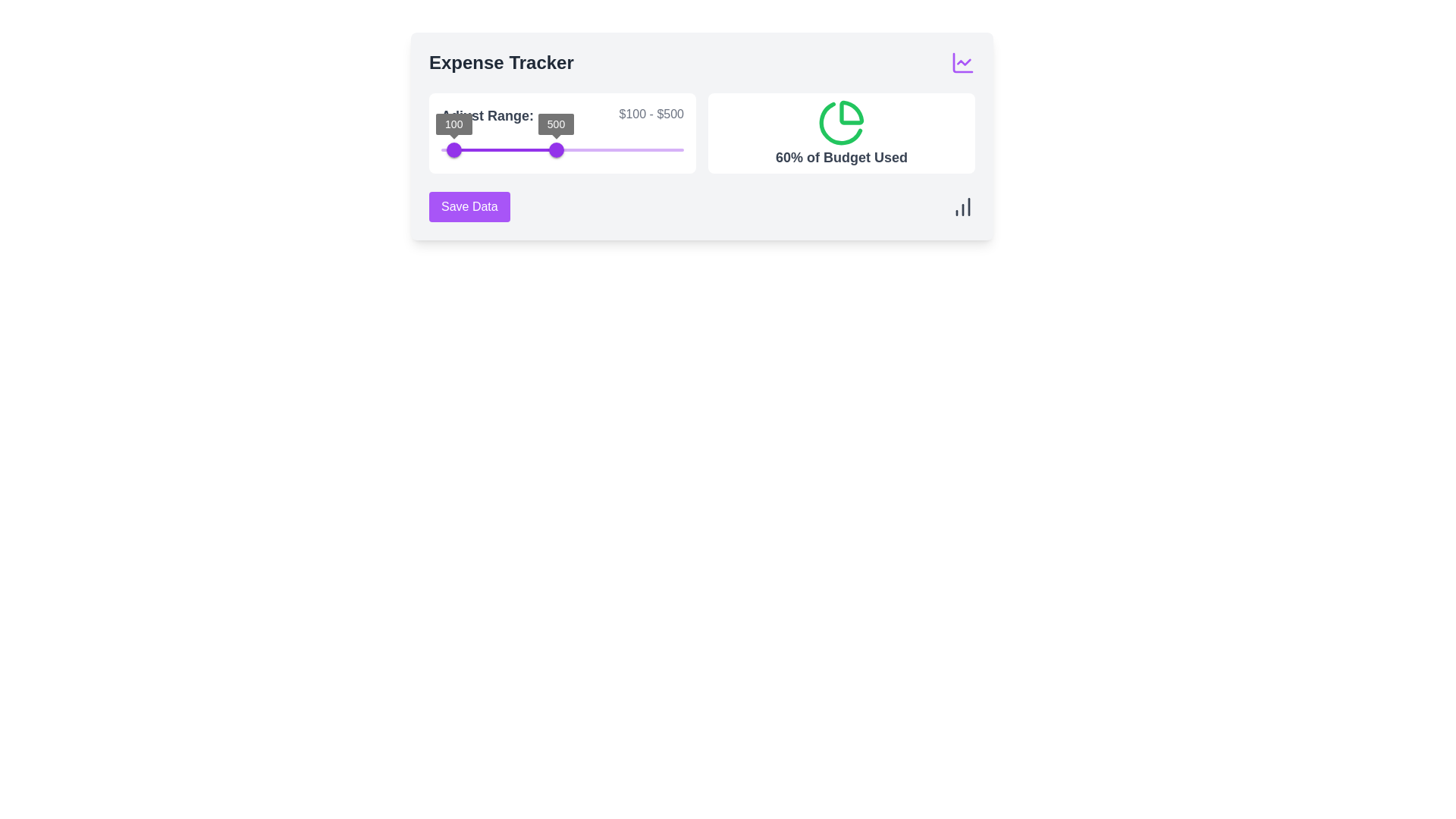  I want to click on the circular Value indicator badge with a grey background containing the text '100', located above the leftmost slider knob in the 'Adjust Range' section, so click(453, 123).